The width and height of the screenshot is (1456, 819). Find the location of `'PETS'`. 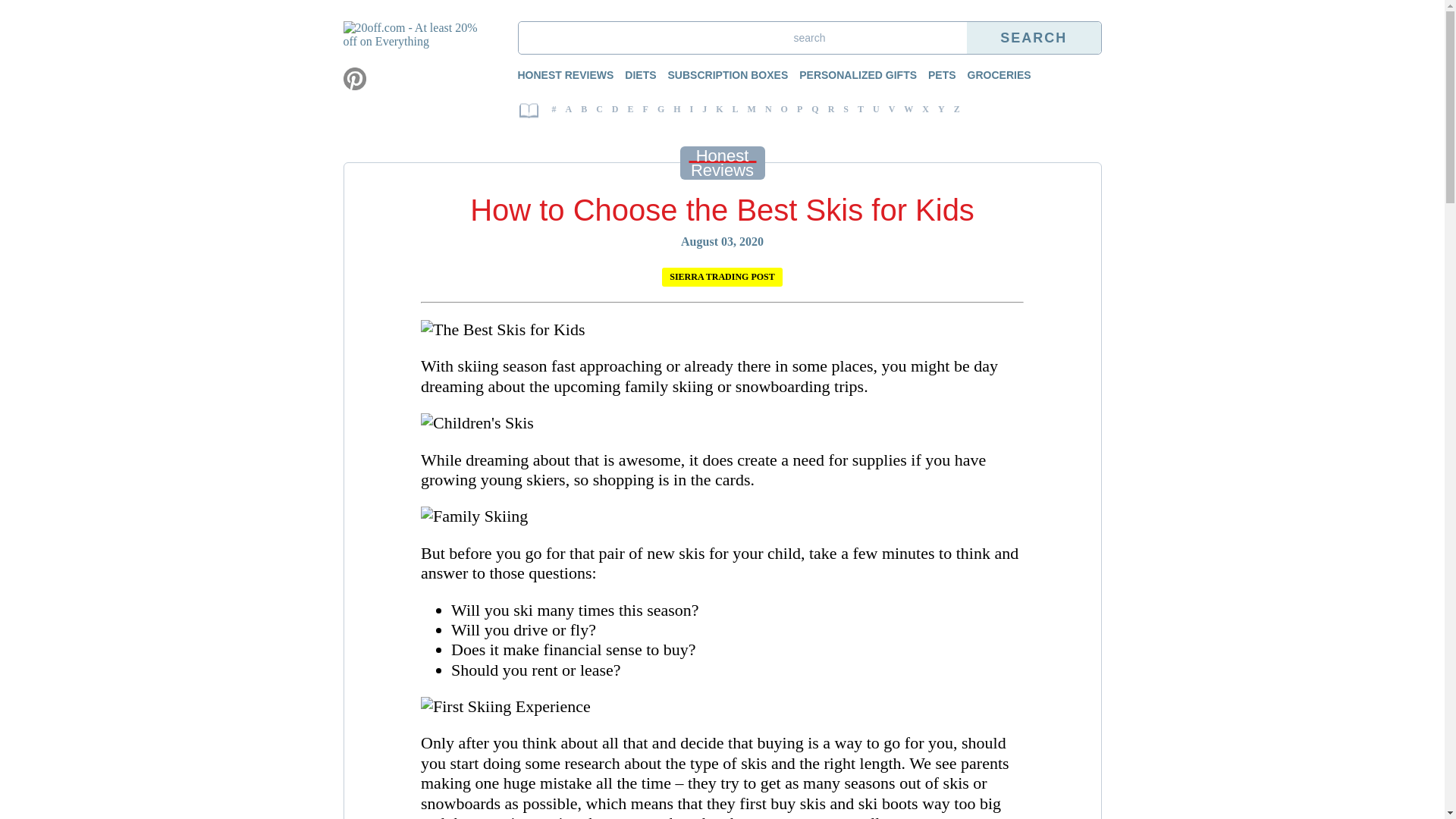

'PETS' is located at coordinates (934, 73).